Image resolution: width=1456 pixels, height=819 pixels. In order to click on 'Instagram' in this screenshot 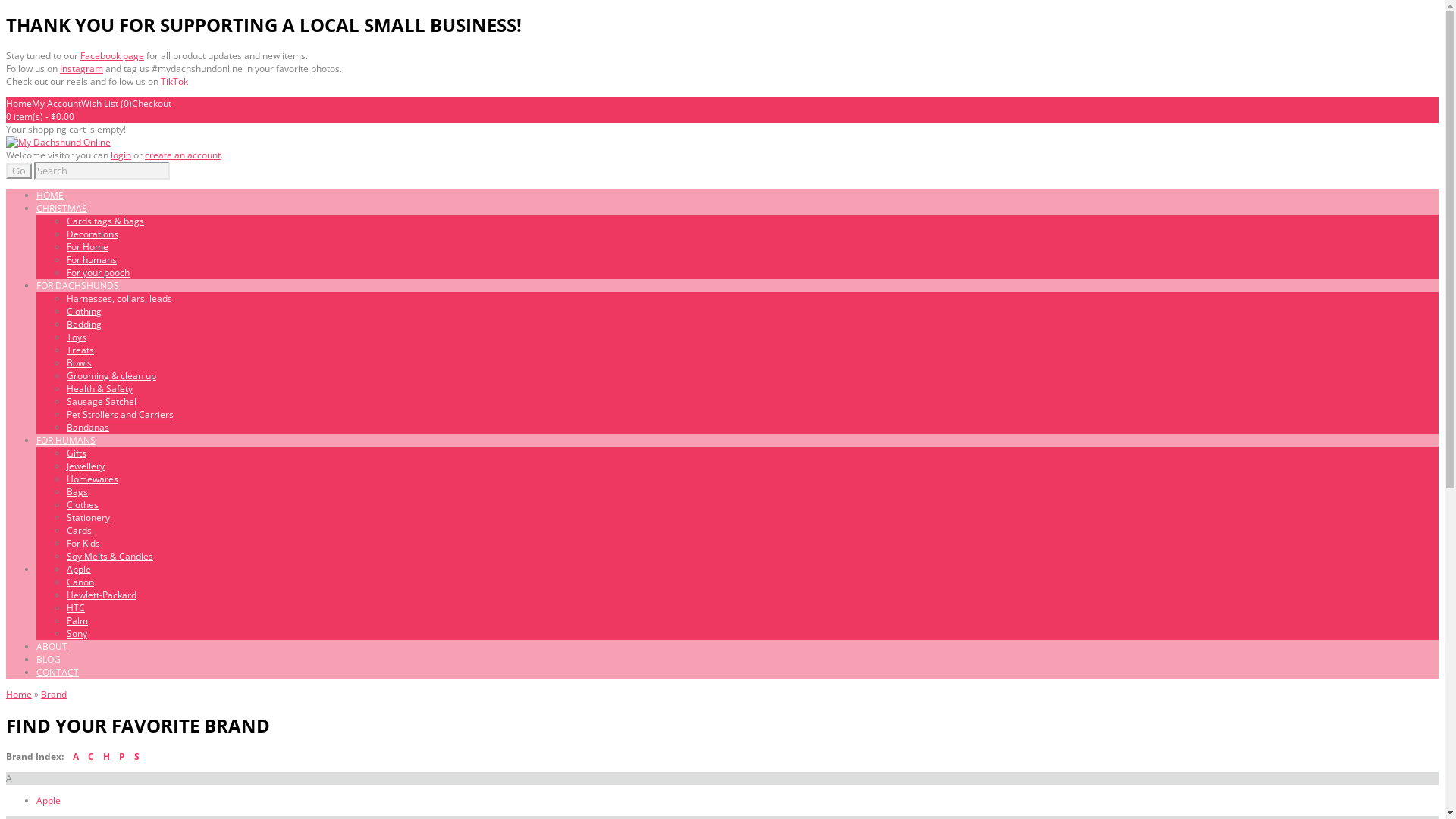, I will do `click(80, 68)`.